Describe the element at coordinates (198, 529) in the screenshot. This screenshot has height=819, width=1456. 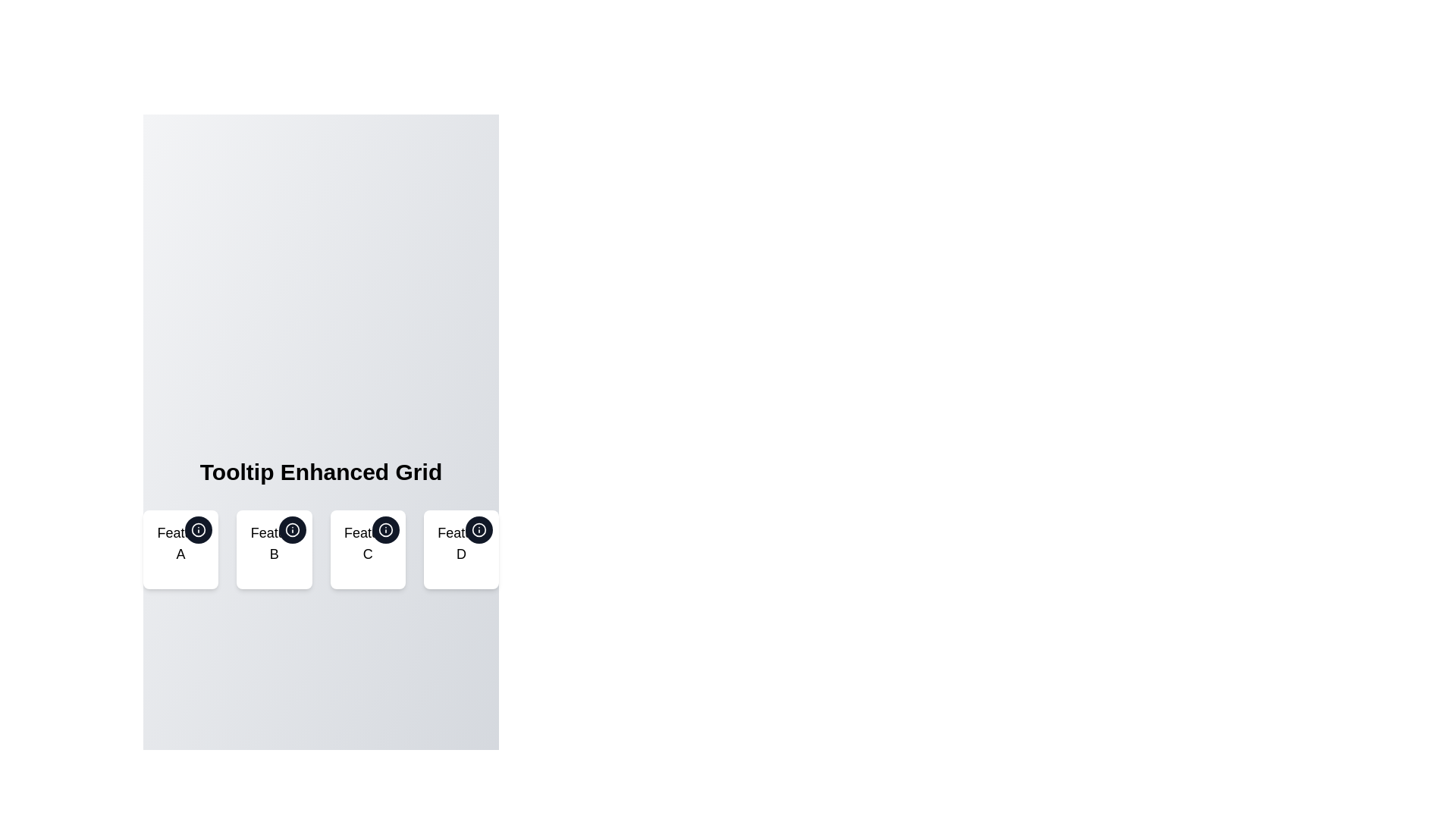
I see `the information icon, which is a circular icon with a dark background and a white border containing a lowercase 'i', associated with 'Feature A'` at that location.